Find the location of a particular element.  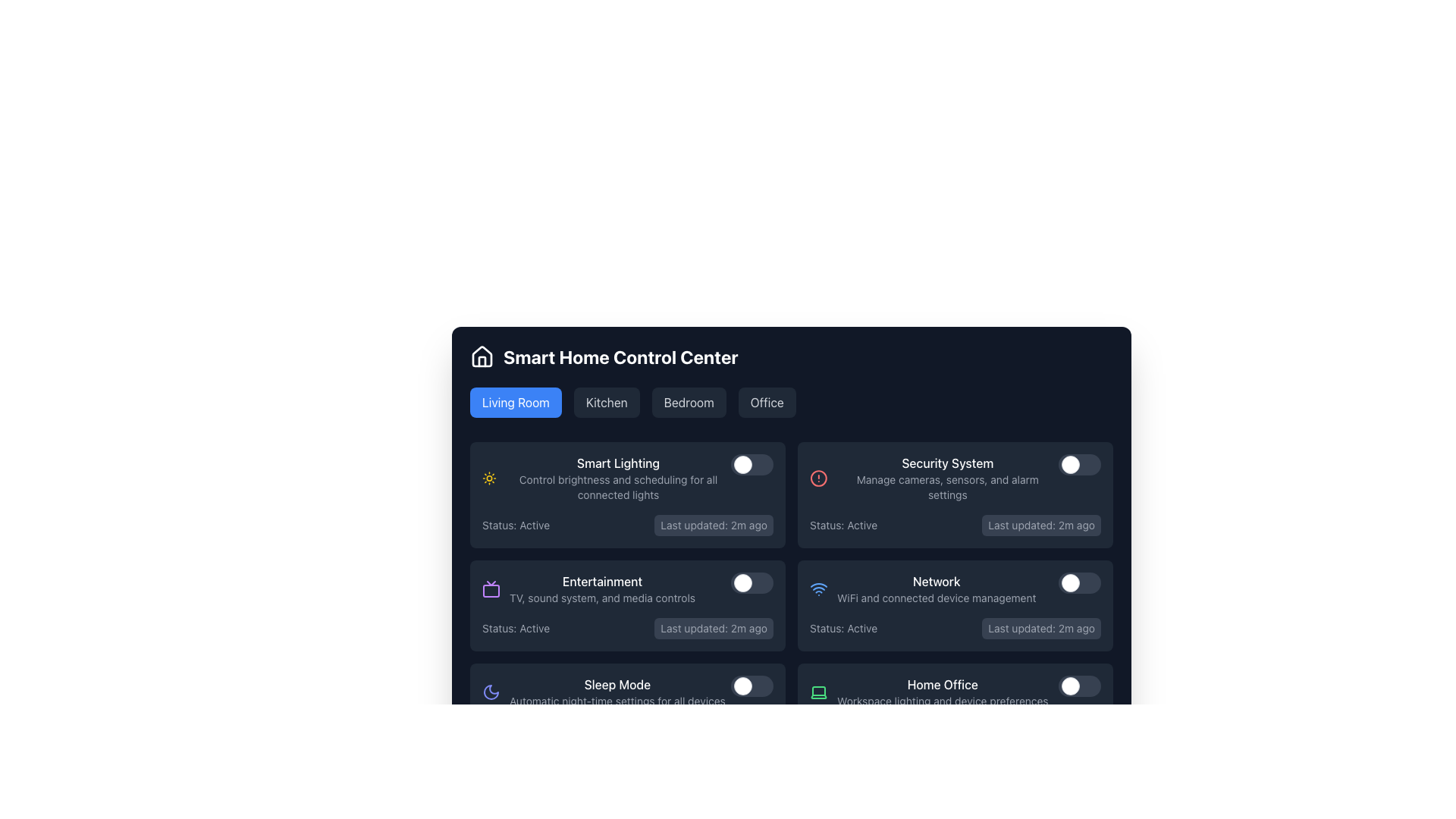

status information displayed in the textual information block labeled 'Status: Active' located at the bottom of the 'Sleep Mode' card is located at coordinates (628, 730).